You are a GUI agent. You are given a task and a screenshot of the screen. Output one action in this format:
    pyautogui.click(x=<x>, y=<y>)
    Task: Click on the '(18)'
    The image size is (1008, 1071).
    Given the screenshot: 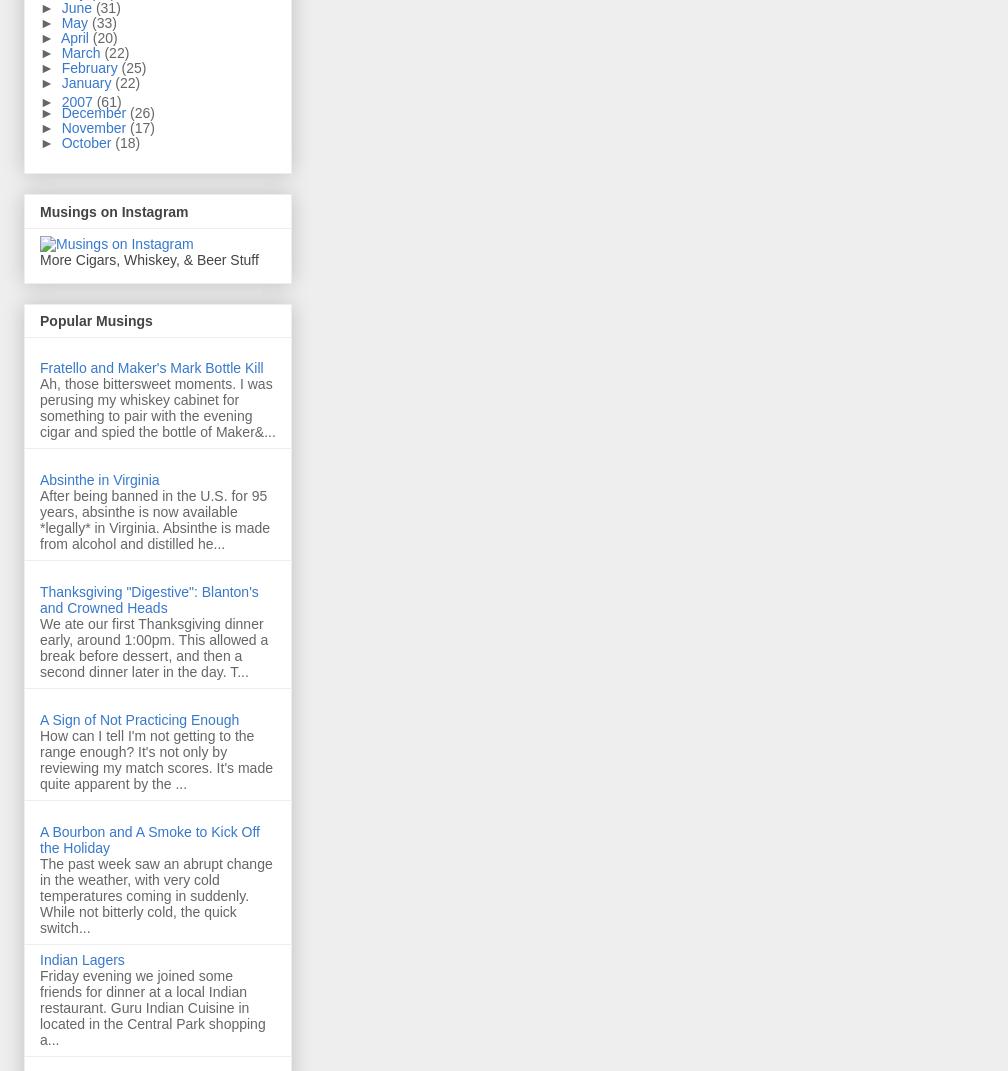 What is the action you would take?
    pyautogui.click(x=115, y=142)
    